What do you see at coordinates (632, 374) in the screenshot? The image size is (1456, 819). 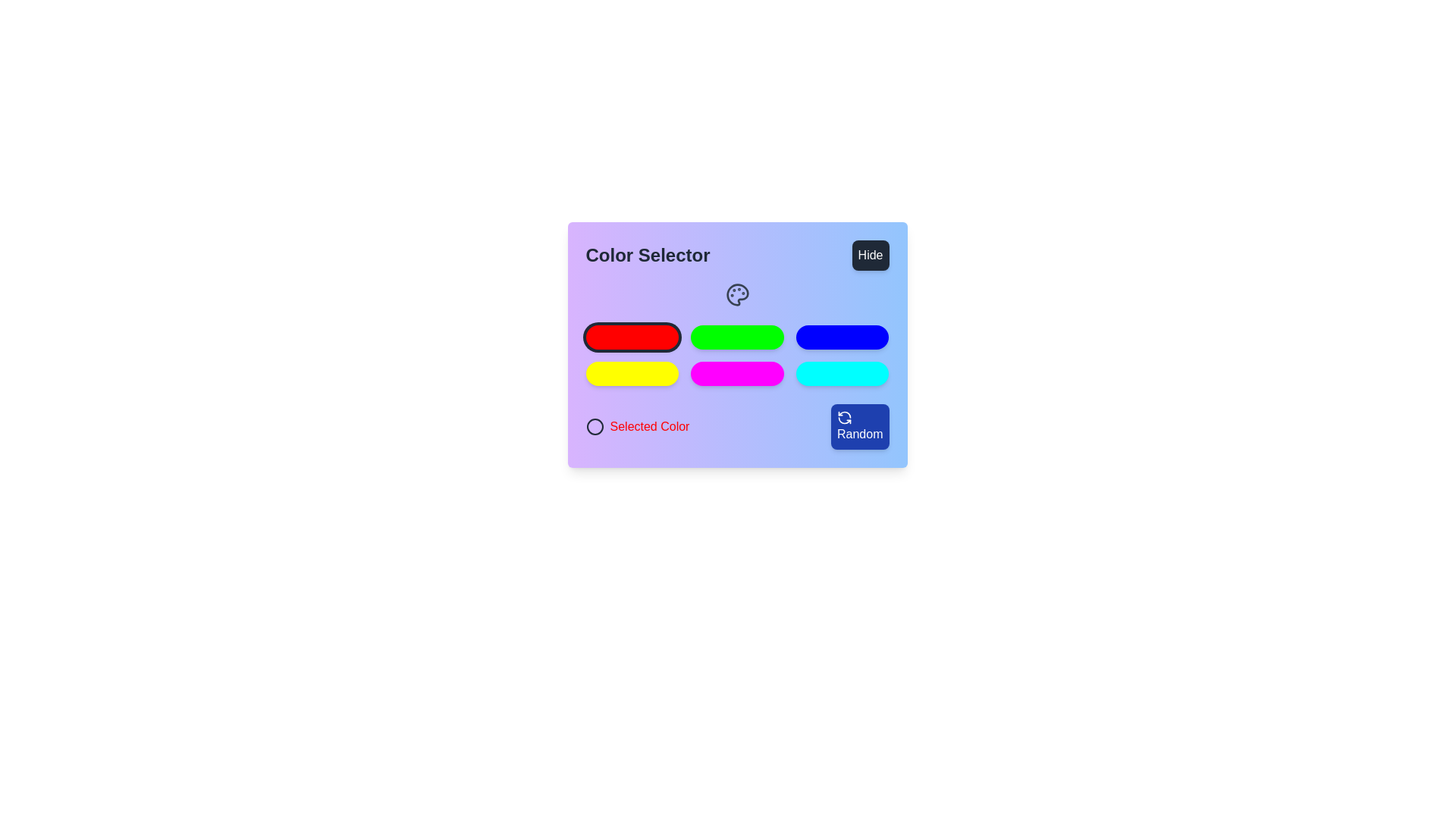 I see `the yellow button located in the bottom-left corner of the grid` at bounding box center [632, 374].